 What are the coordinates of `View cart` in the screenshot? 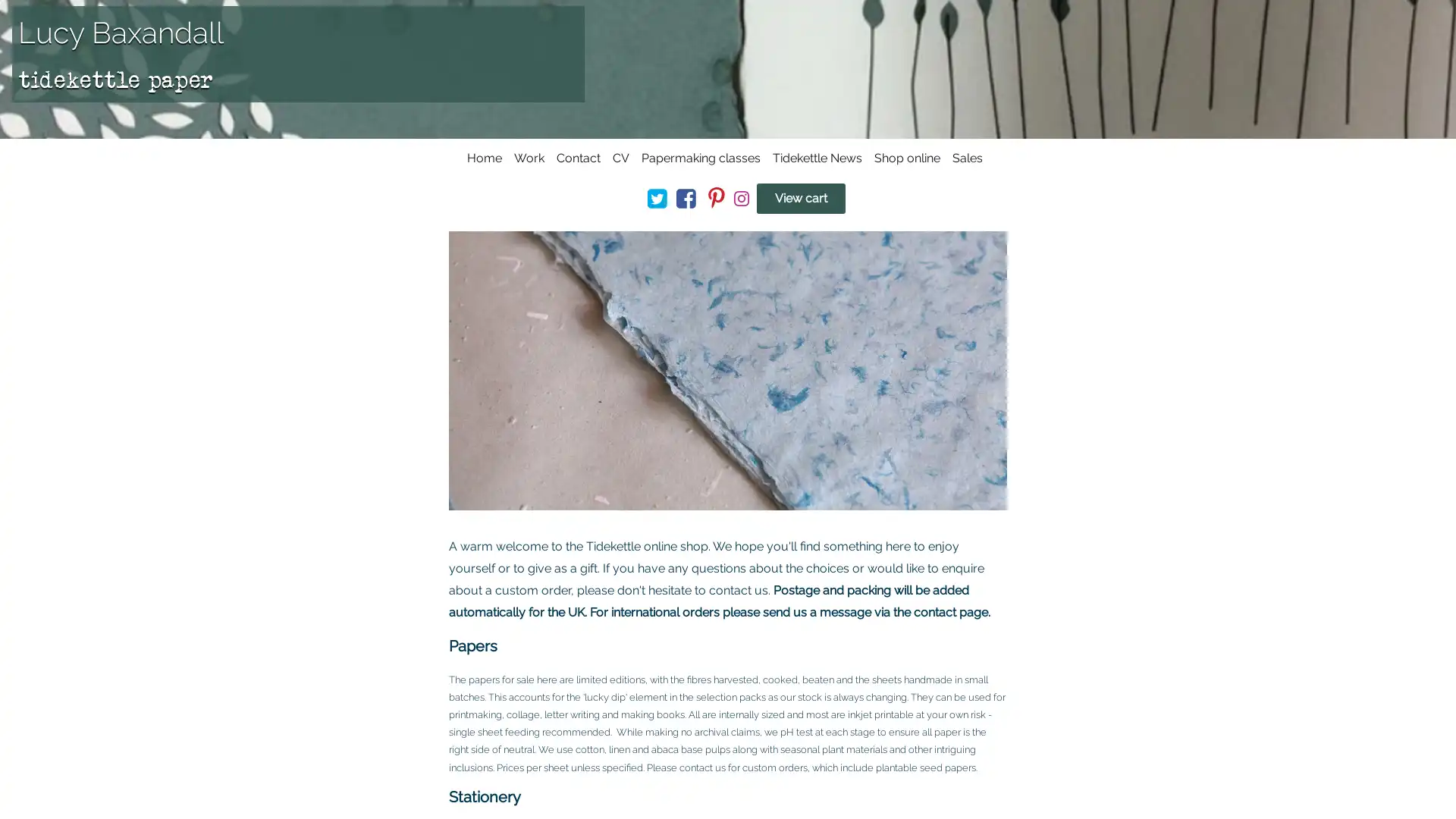 It's located at (799, 198).